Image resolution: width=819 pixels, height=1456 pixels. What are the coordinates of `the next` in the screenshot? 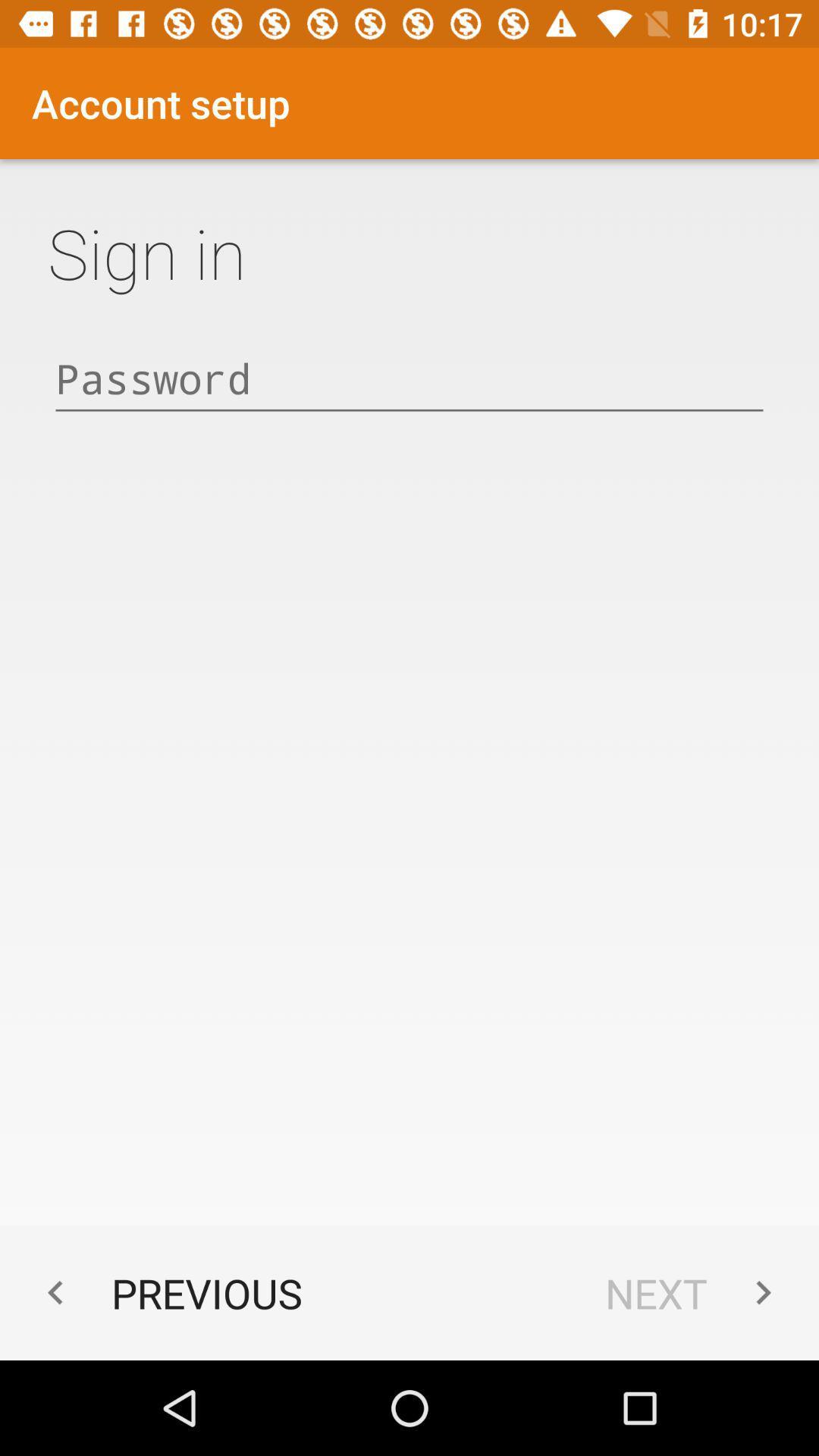 It's located at (696, 1292).